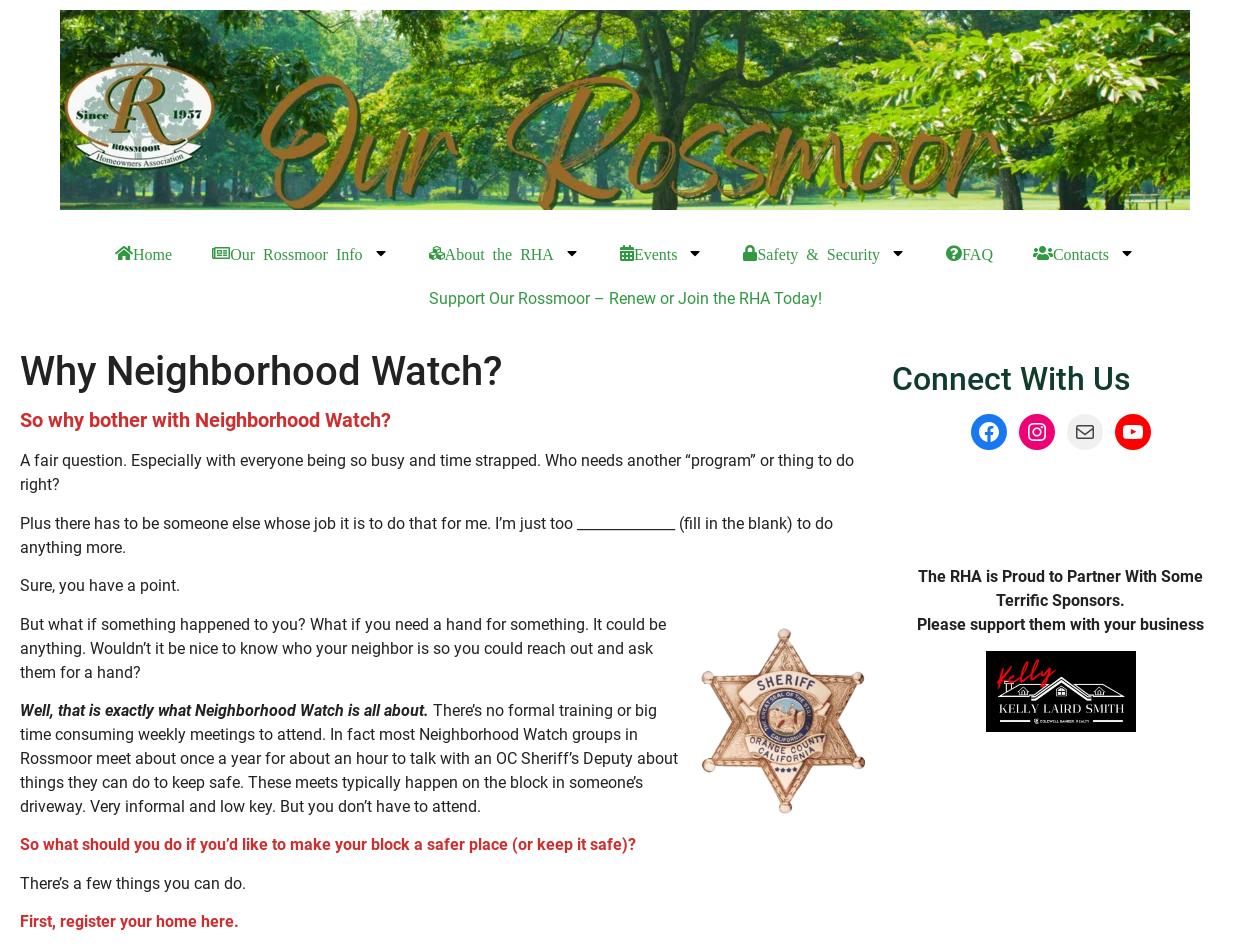 This screenshot has height=952, width=1250. Describe the element at coordinates (225, 709) in the screenshot. I see `'Well, that is exactly what Neighborhood Watch is all about.'` at that location.